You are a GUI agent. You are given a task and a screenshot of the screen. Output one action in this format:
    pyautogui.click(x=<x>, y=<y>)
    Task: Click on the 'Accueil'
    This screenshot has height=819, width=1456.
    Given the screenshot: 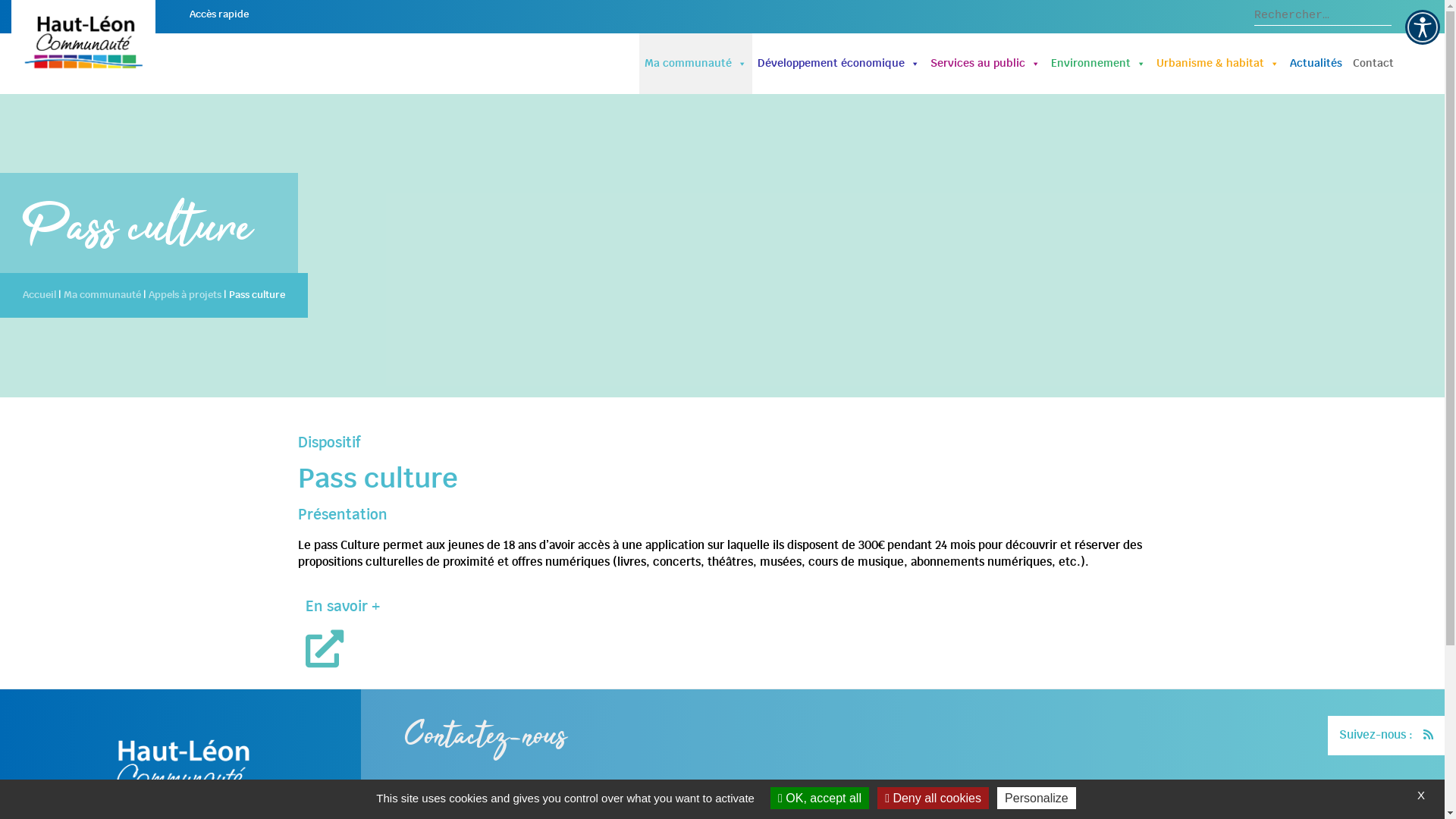 What is the action you would take?
    pyautogui.click(x=39, y=295)
    